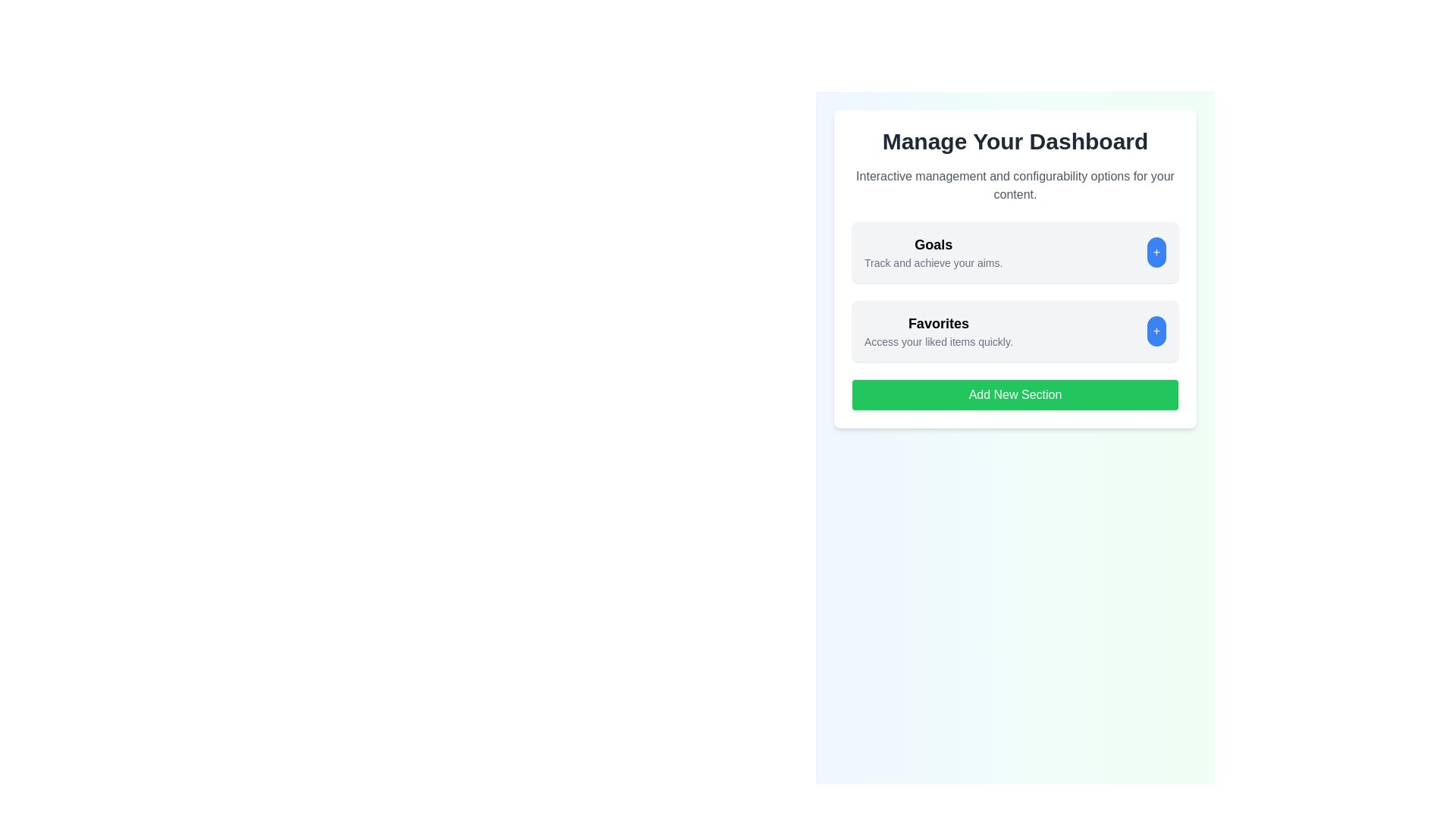 This screenshot has width=1456, height=819. I want to click on the text label styled with a small font size and gray color, which reads 'Track and achieve your aims.' located beneath the heading 'Goals', so click(933, 262).